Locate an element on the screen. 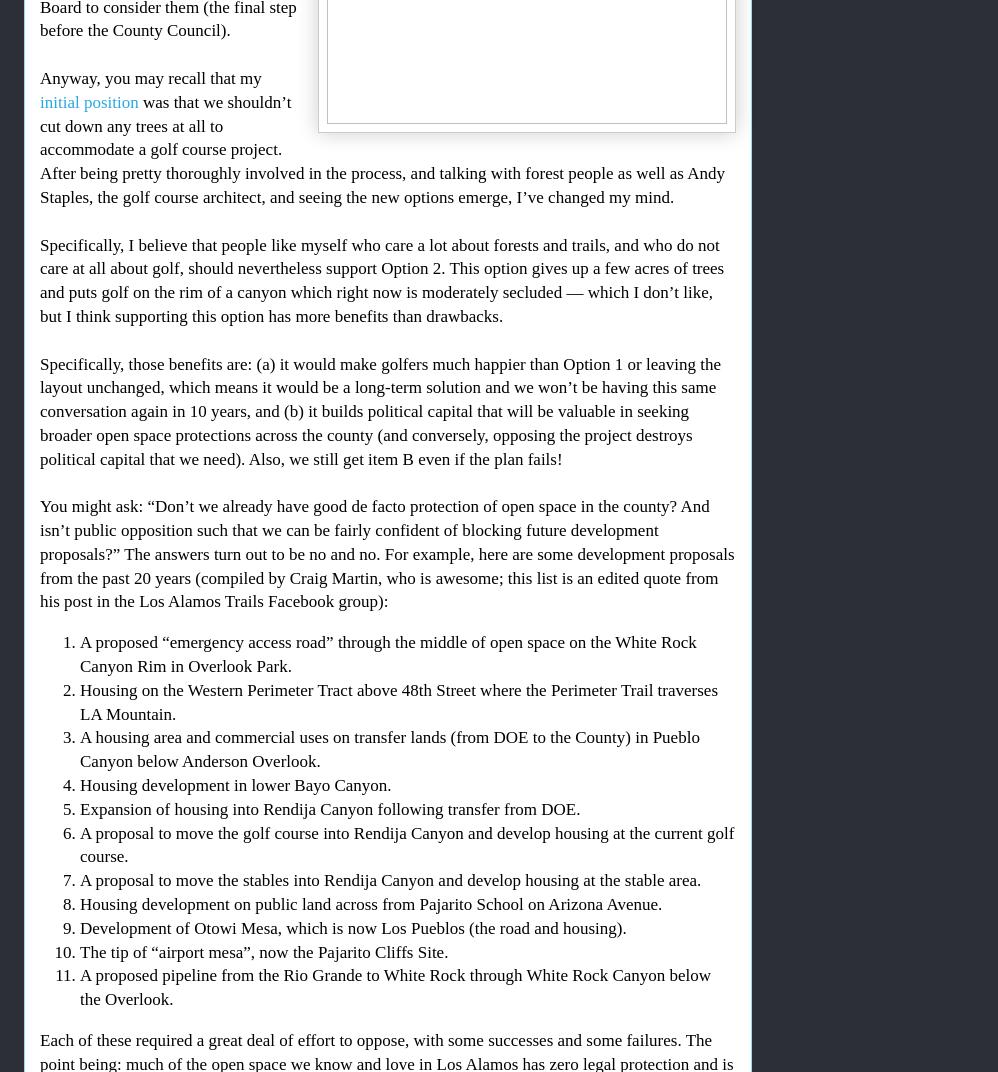  'Housing on the Western Perimeter Tract above 48th Street where the Perimeter Trail traverses LA Mountain.' is located at coordinates (398, 700).